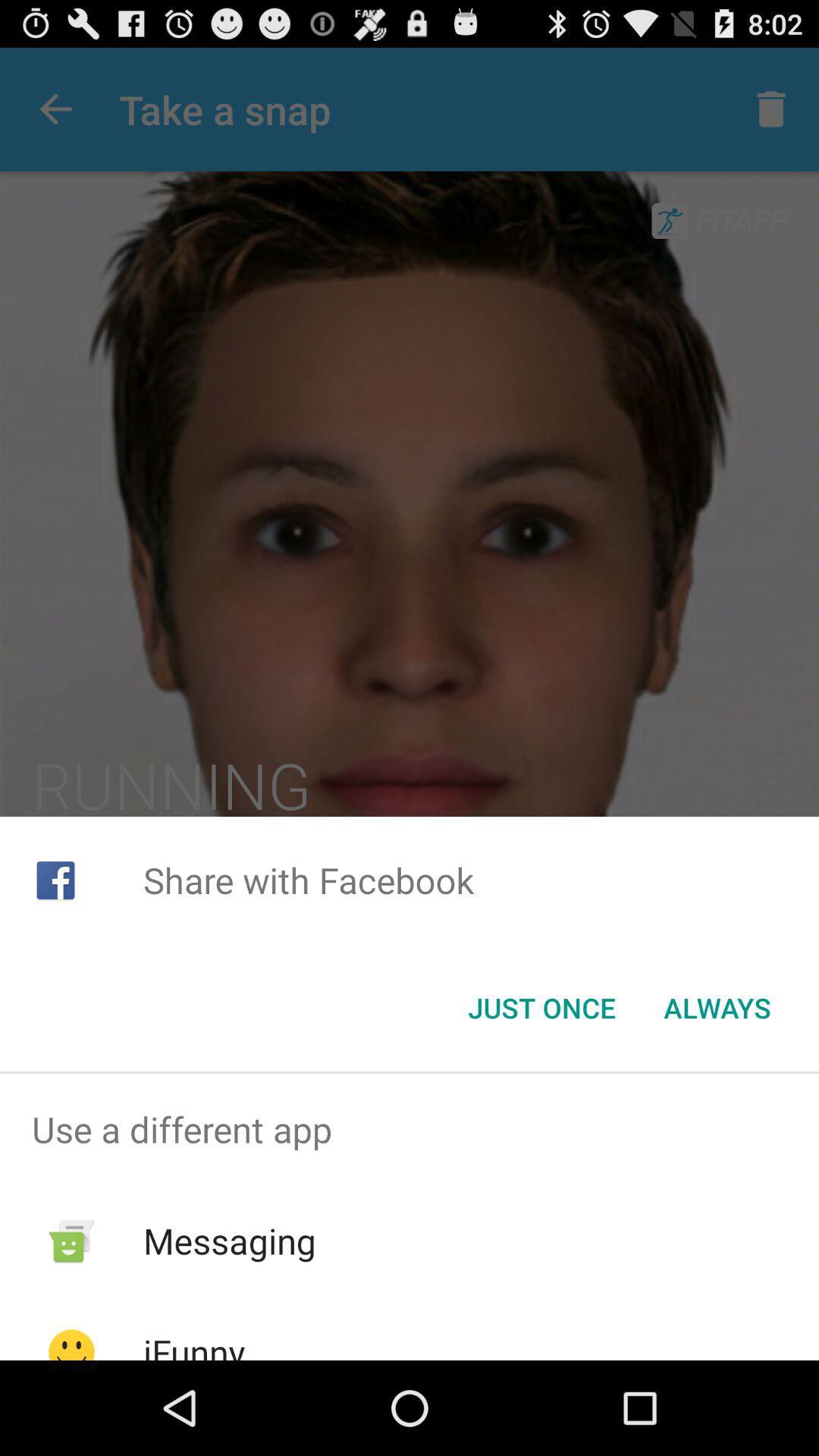 The height and width of the screenshot is (1456, 819). I want to click on icon next to just once icon, so click(717, 1008).